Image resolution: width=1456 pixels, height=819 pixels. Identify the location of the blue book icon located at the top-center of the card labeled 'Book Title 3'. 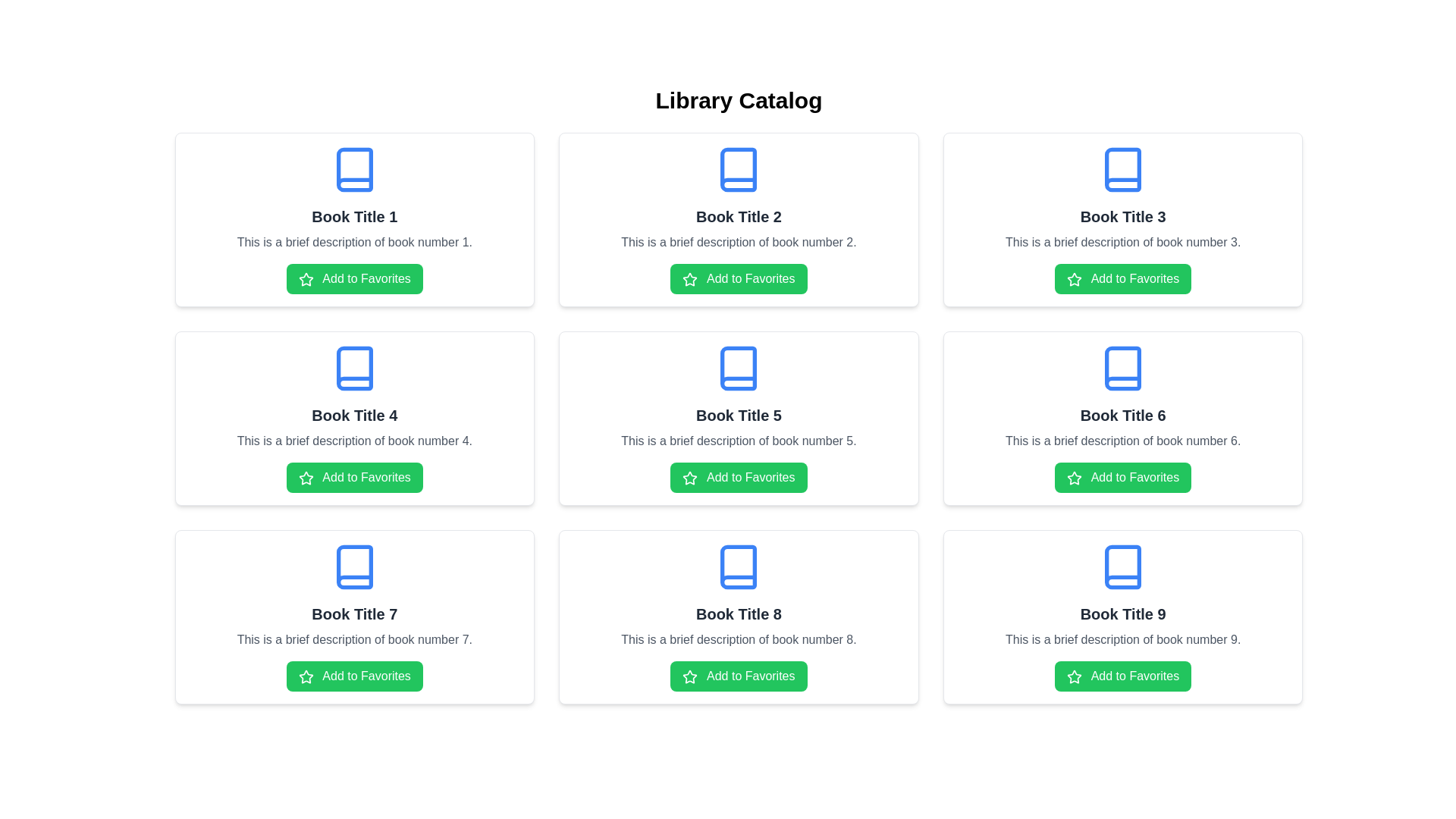
(1123, 169).